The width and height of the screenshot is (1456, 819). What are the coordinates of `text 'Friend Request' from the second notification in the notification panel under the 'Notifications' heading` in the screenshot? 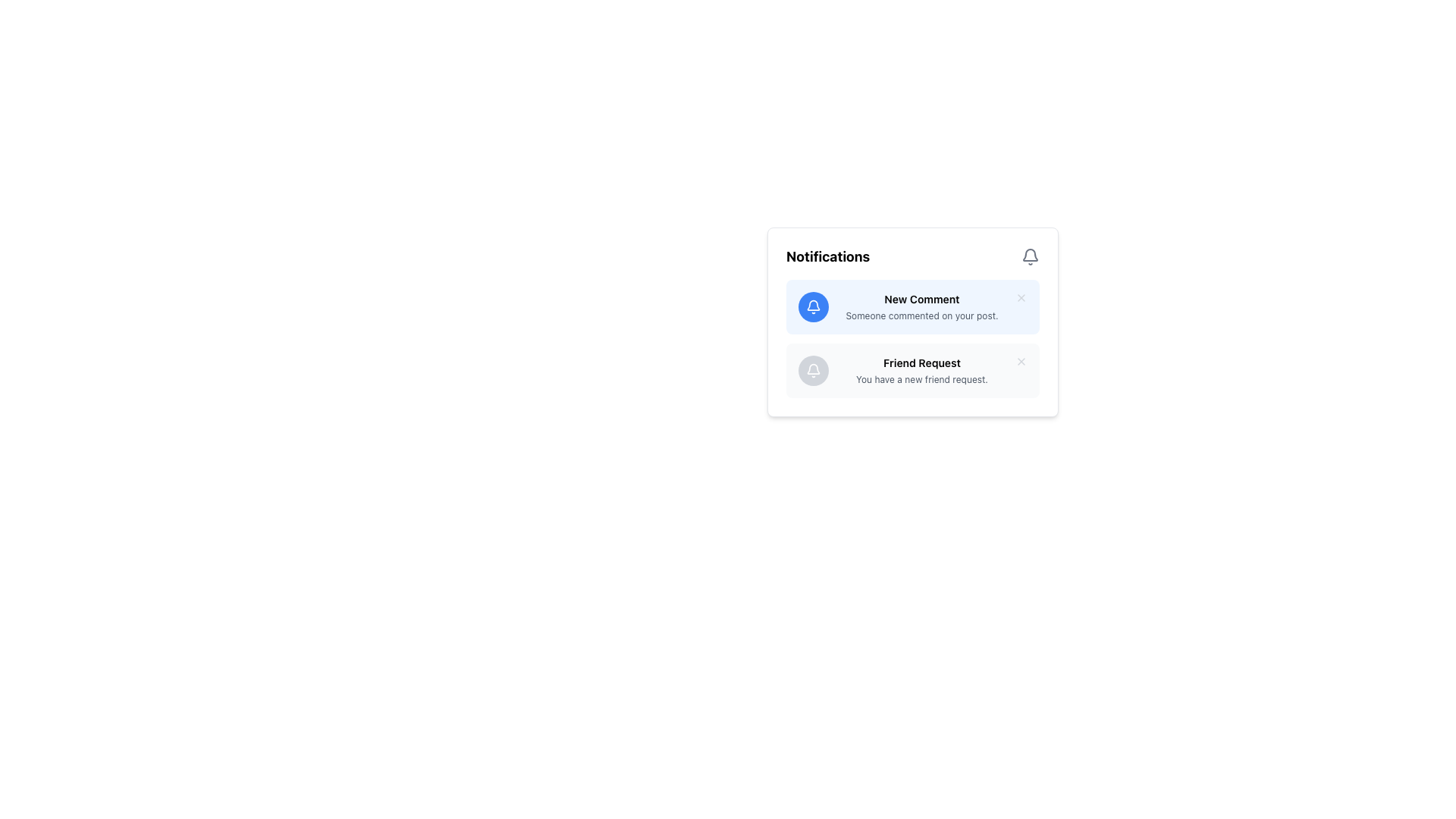 It's located at (921, 362).